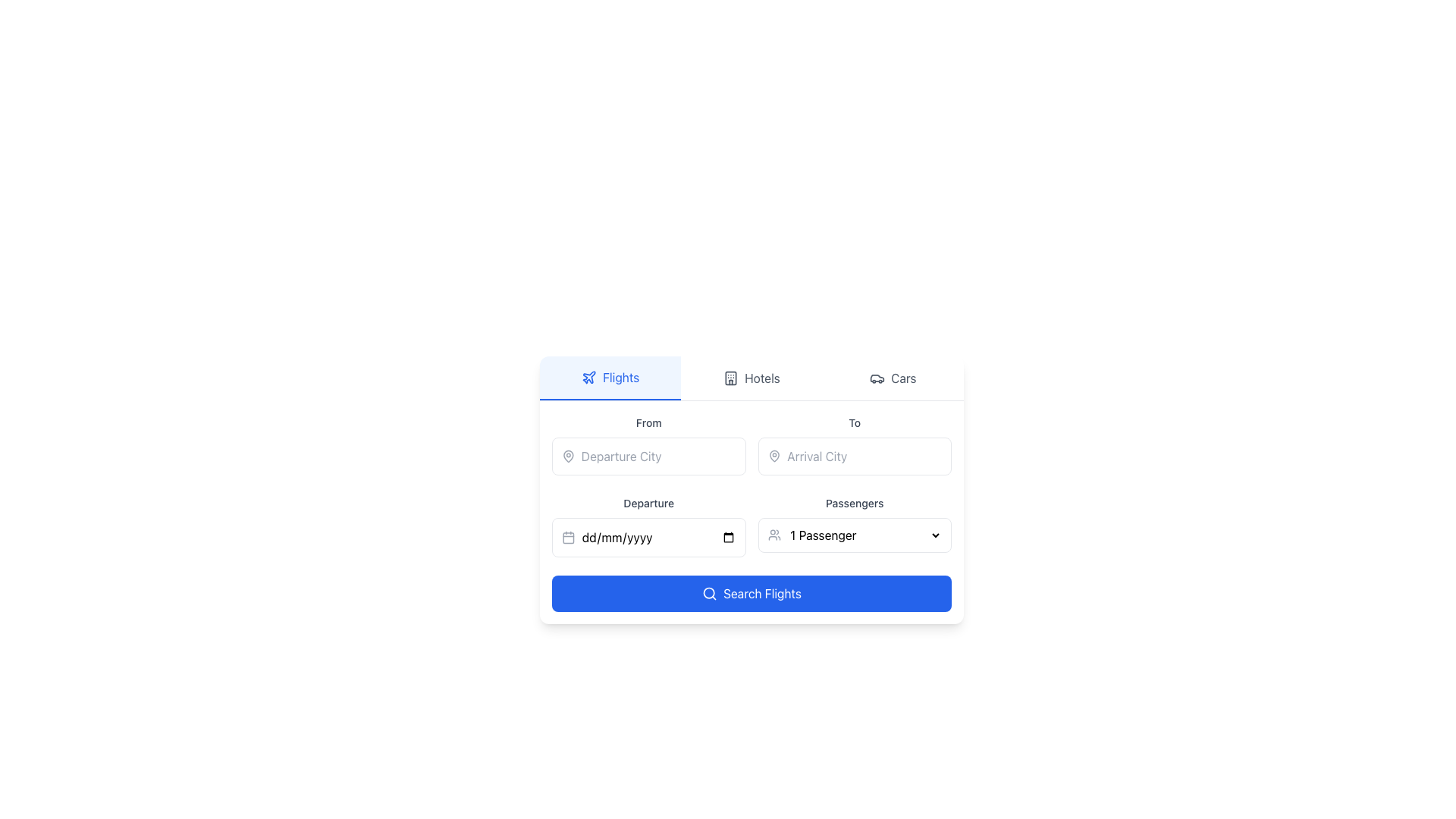  What do you see at coordinates (864, 534) in the screenshot?
I see `the dropdown menu labeled '1 Passenger'` at bounding box center [864, 534].